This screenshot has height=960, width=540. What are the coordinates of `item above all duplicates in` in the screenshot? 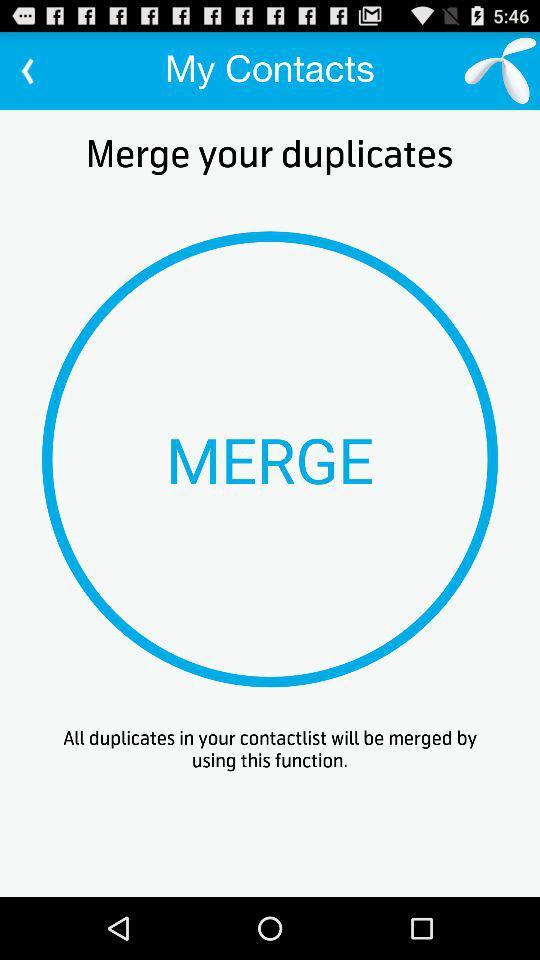 It's located at (270, 459).